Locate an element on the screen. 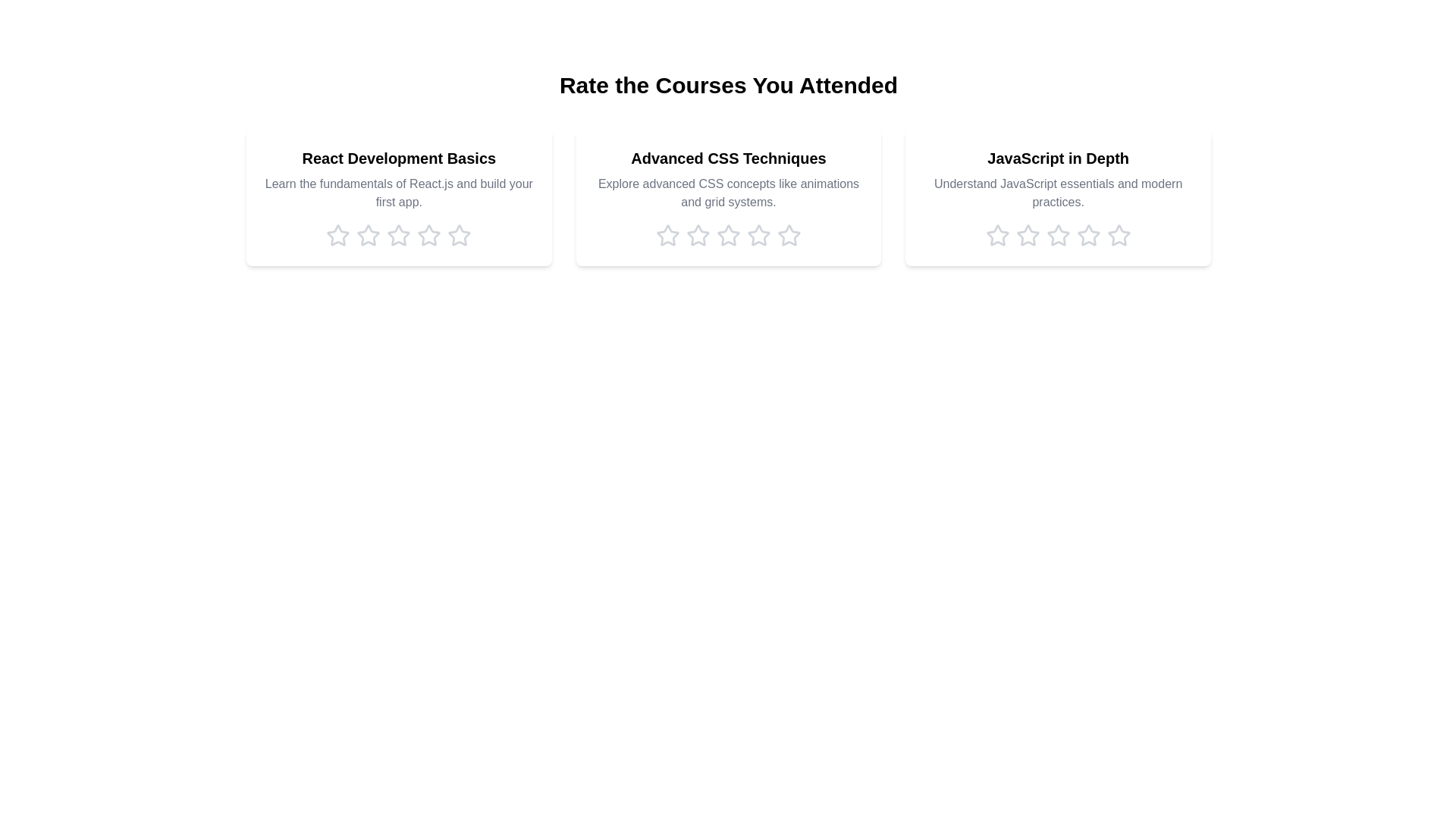 This screenshot has width=1456, height=819. the rating for the course 'JavaScript in Depth' to 4 stars is located at coordinates (1087, 236).